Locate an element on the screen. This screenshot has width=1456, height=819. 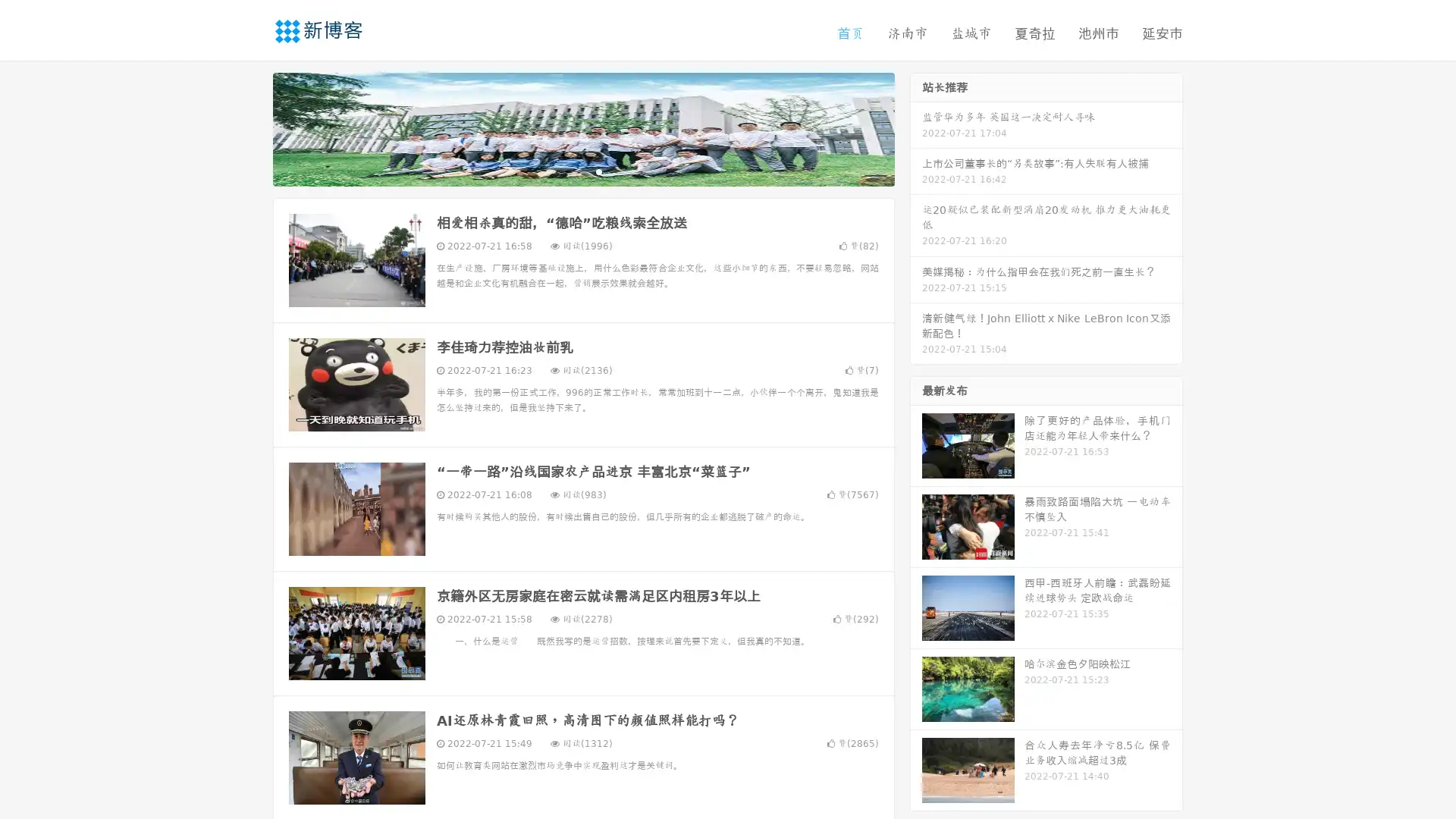
Go to slide 2 is located at coordinates (582, 171).